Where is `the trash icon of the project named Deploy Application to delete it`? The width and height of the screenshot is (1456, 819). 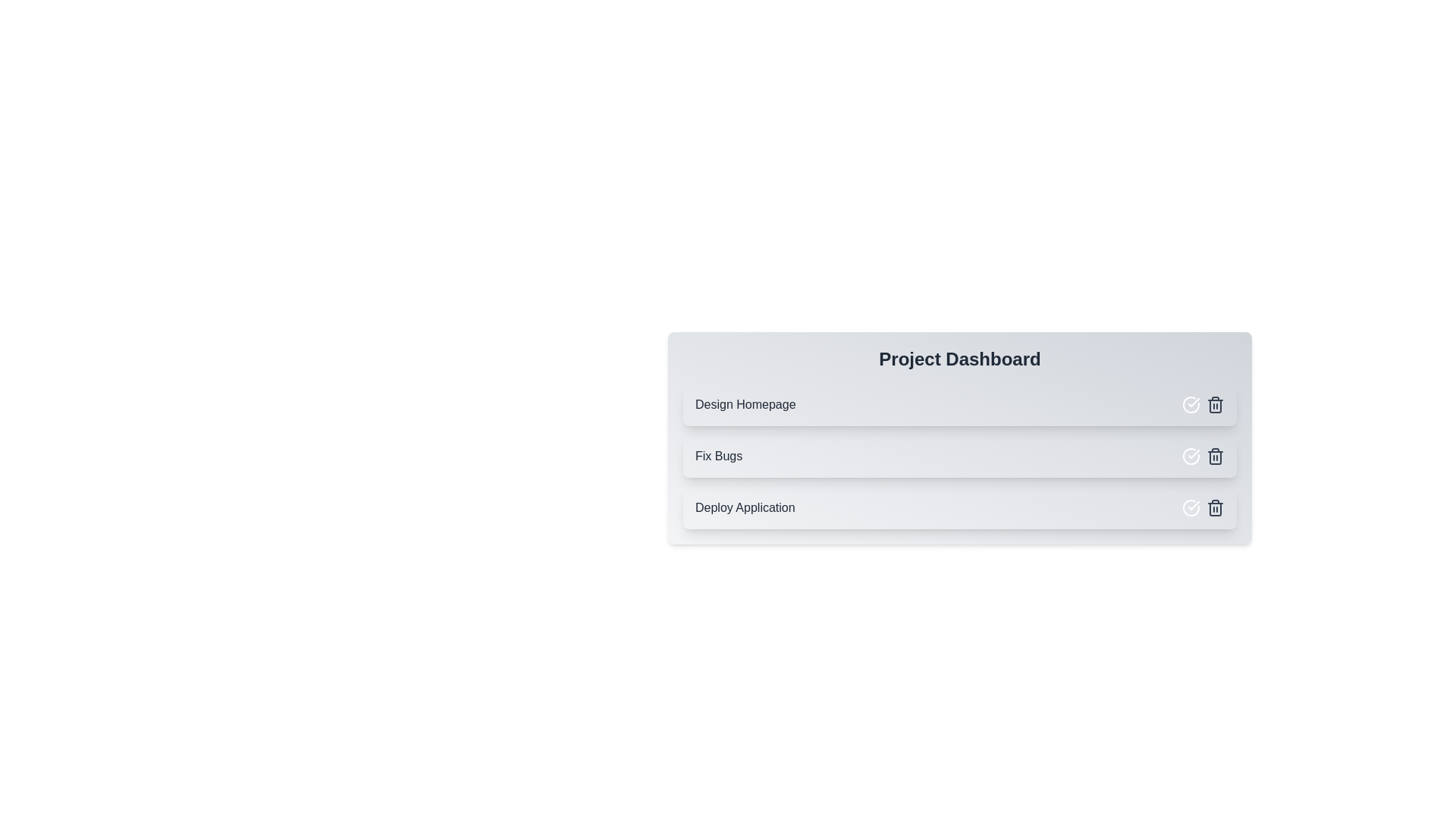 the trash icon of the project named Deploy Application to delete it is located at coordinates (1216, 508).